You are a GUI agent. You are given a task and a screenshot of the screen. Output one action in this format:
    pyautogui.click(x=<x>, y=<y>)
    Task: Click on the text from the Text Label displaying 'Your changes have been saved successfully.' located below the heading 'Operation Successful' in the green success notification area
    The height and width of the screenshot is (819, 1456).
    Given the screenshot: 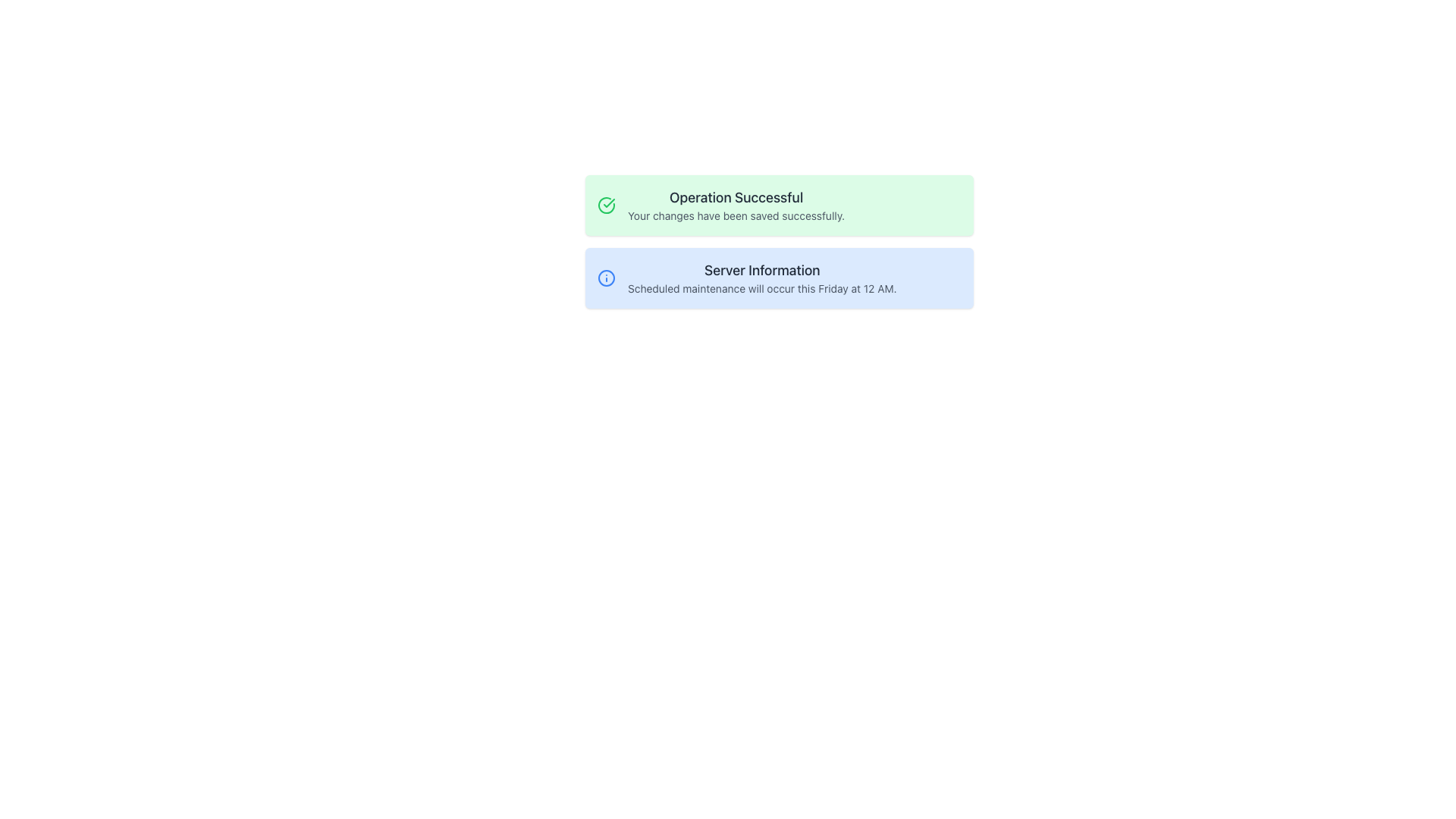 What is the action you would take?
    pyautogui.click(x=736, y=216)
    